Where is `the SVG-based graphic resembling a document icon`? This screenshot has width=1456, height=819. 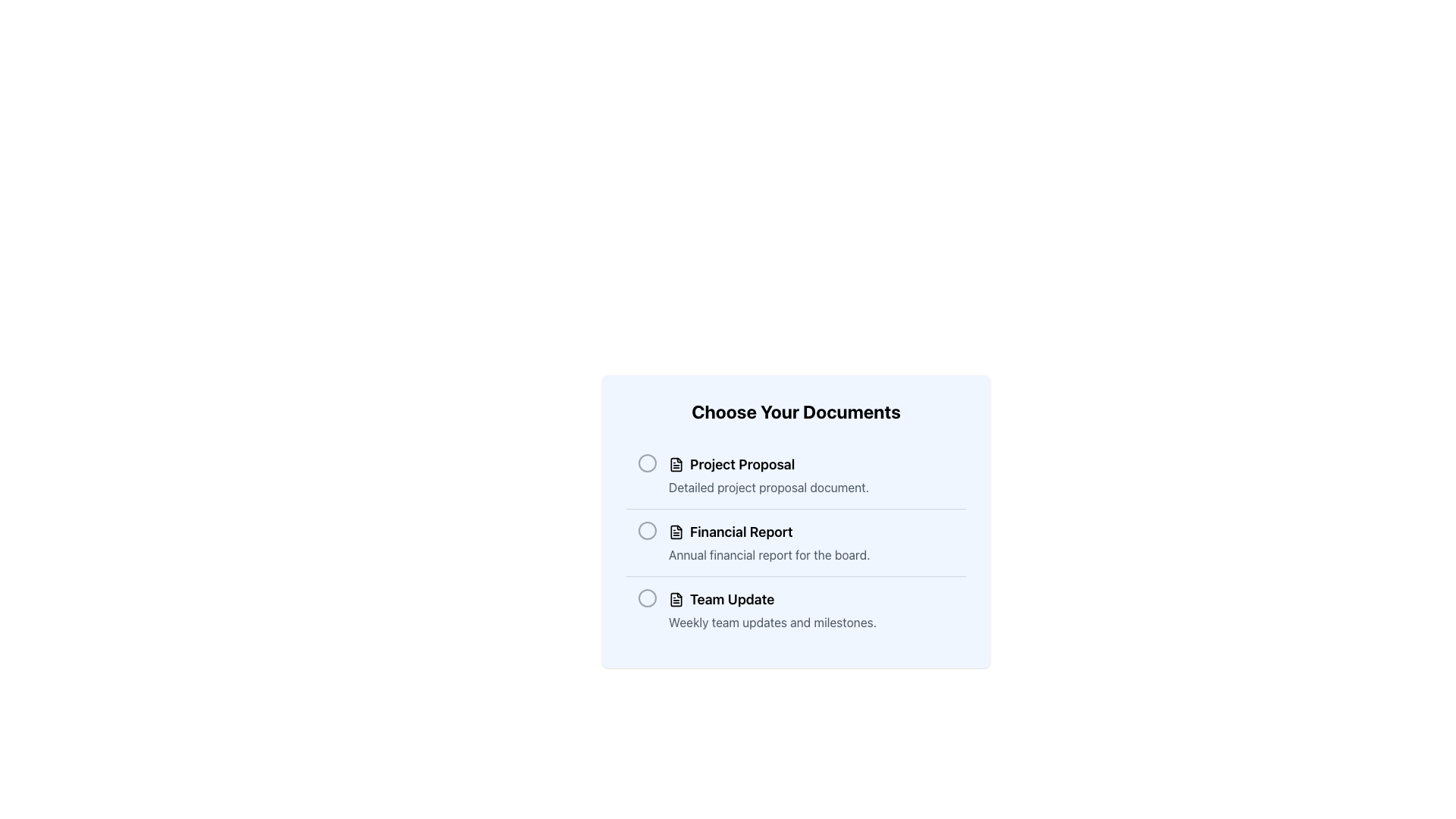
the SVG-based graphic resembling a document icon is located at coordinates (676, 532).